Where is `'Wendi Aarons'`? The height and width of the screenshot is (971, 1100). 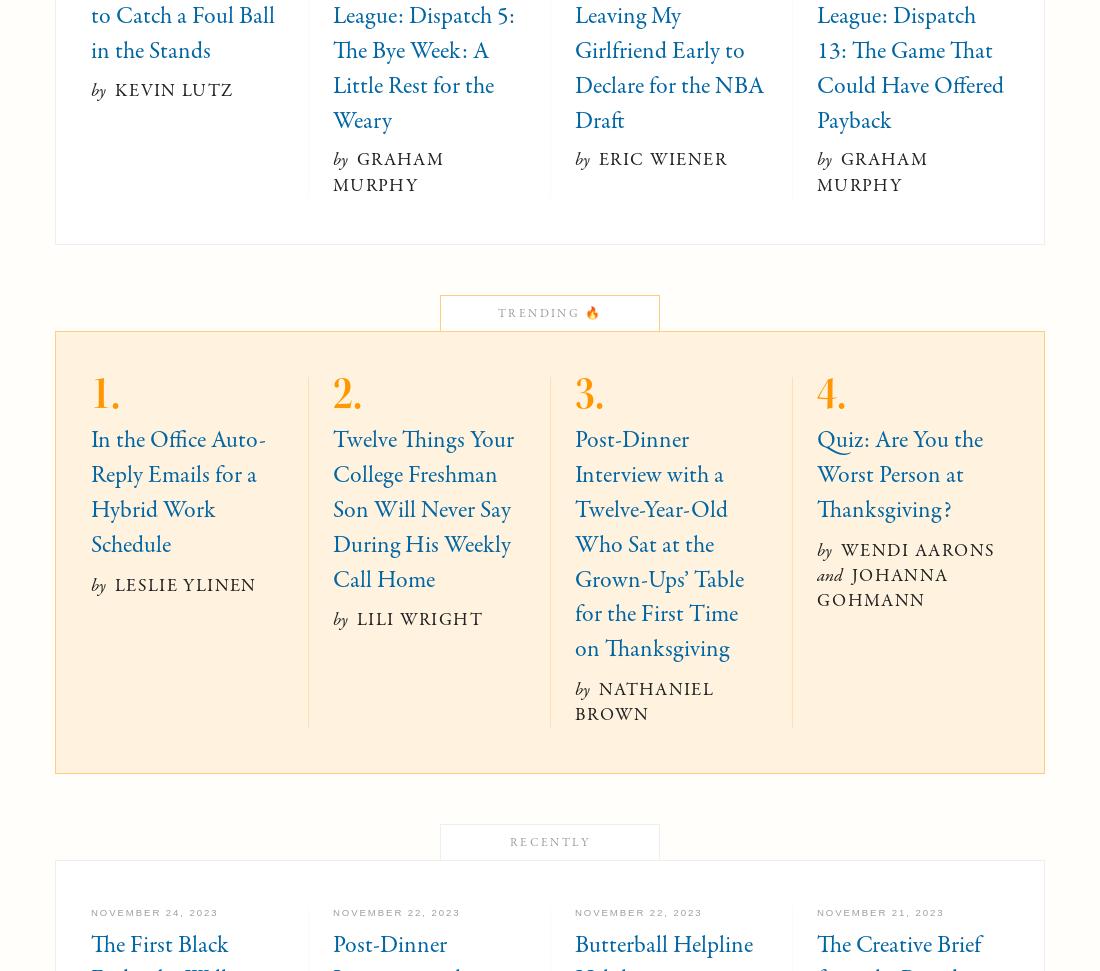
'Wendi Aarons' is located at coordinates (917, 550).